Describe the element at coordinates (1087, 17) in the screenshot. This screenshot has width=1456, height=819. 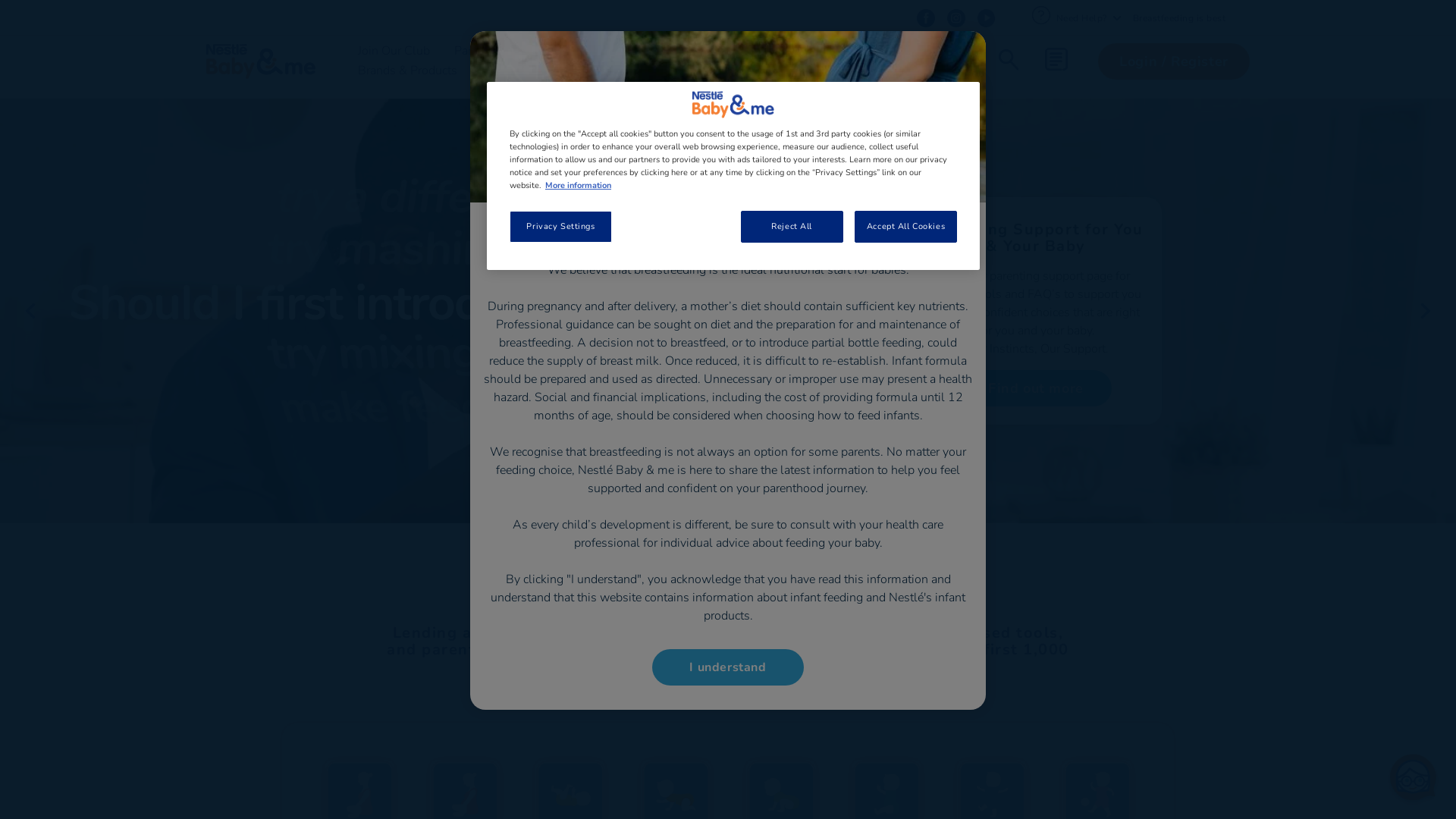
I see `'Need Help?'` at that location.